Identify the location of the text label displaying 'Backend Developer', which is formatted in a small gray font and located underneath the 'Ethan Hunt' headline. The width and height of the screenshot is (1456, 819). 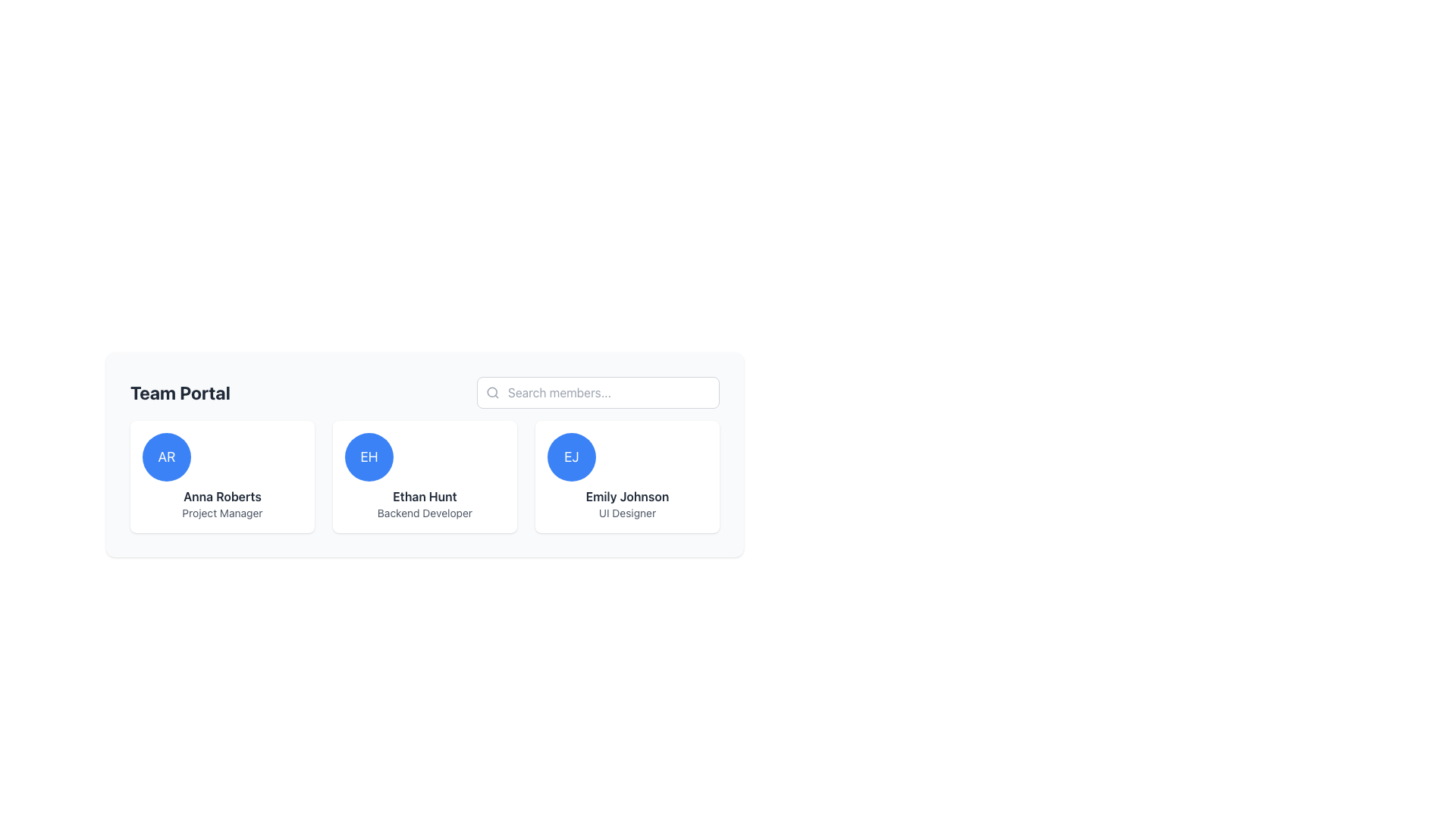
(425, 513).